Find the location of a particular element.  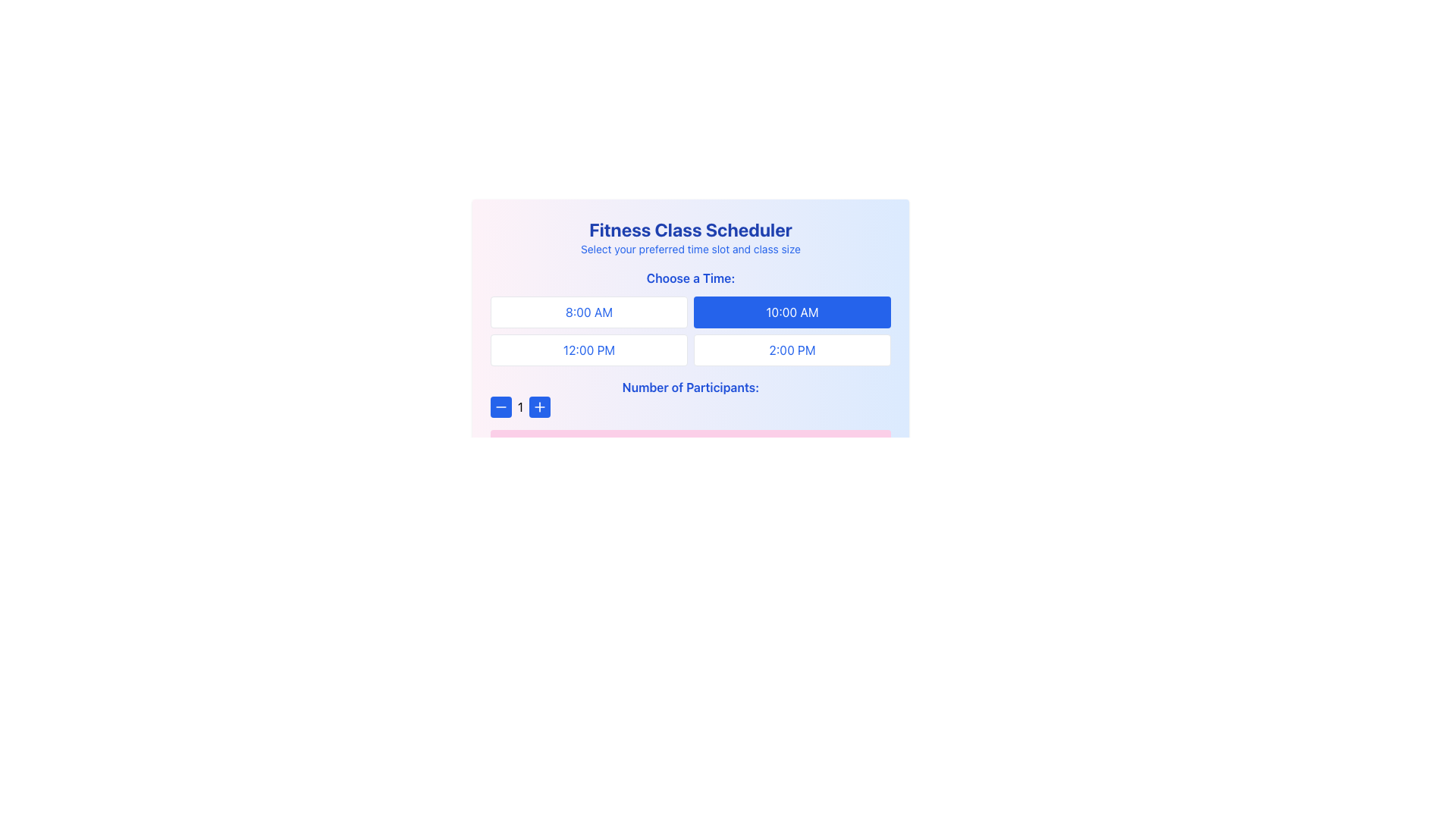

the circular blue button with a white plus sign located at the bottom left of the fitness scheduler interface to increment the participant count is located at coordinates (540, 406).